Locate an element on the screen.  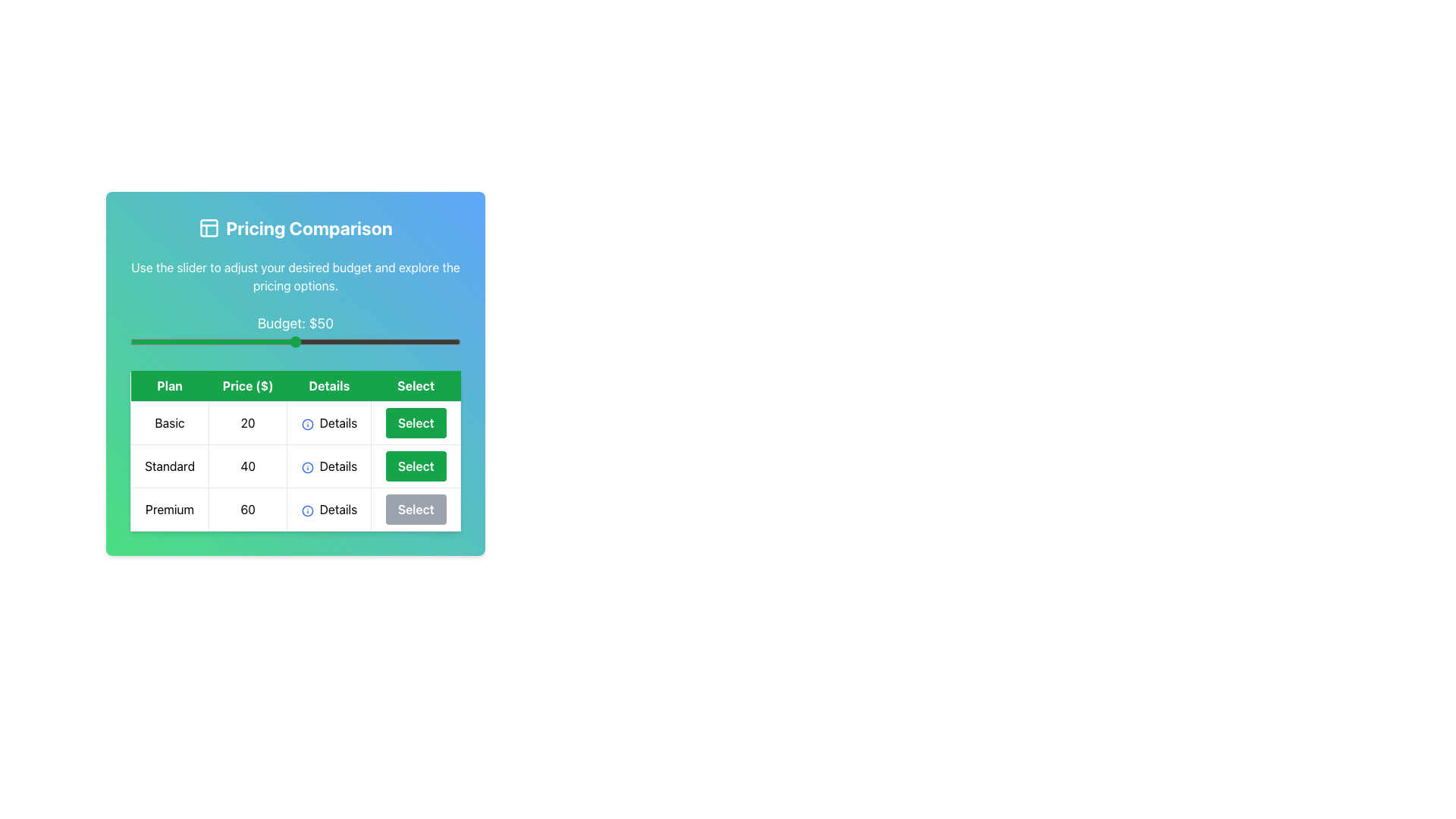
the static text label that serves as the header for the pricing information column, which is centrally aligned in the table and positioned between the 'Plan' and 'Details' columns is located at coordinates (248, 385).